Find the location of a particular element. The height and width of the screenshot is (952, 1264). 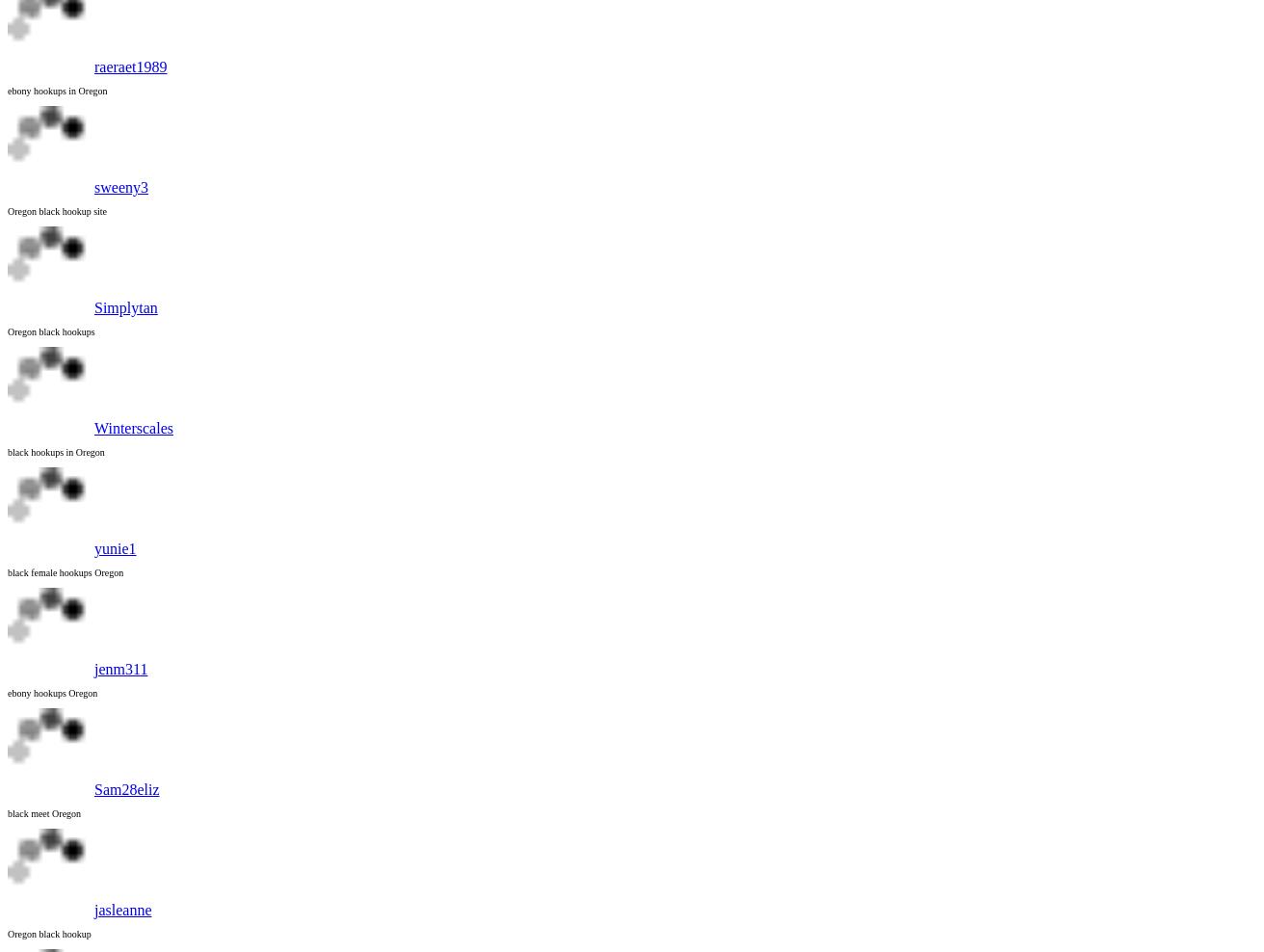

'Winterscales' is located at coordinates (133, 428).